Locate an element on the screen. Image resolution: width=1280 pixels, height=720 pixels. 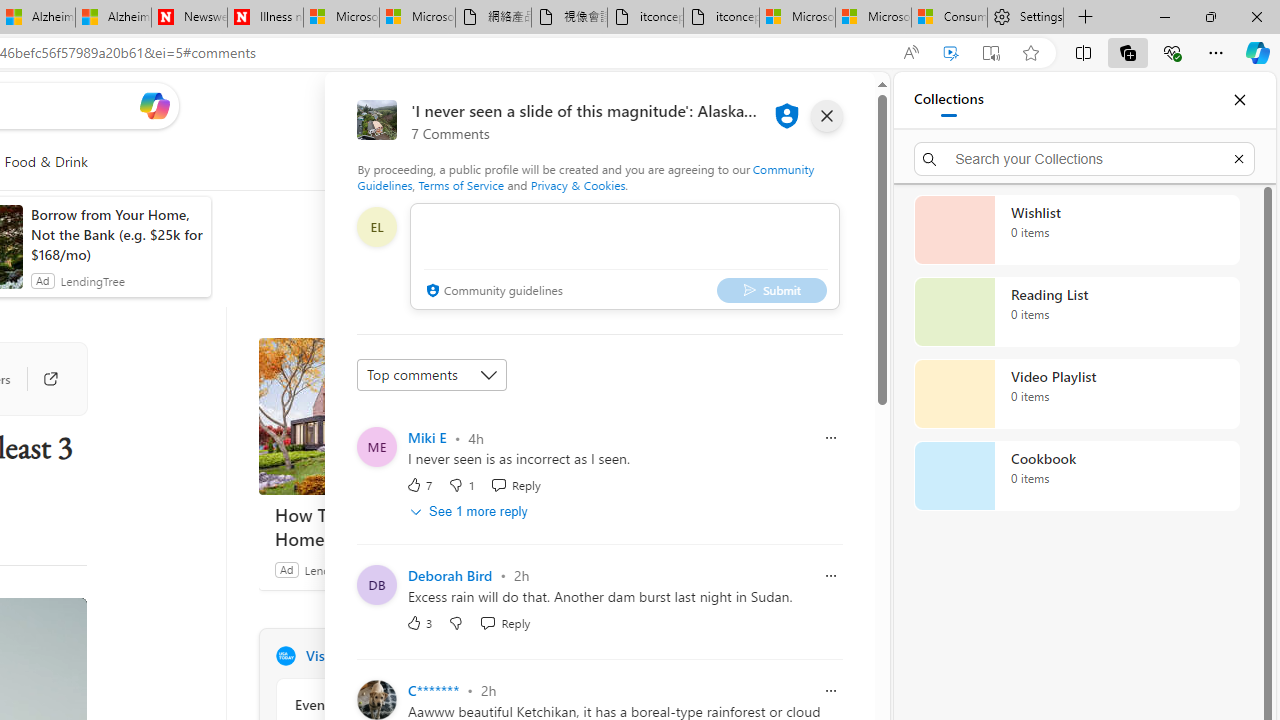
'Go to publisher' is located at coordinates (40, 379).